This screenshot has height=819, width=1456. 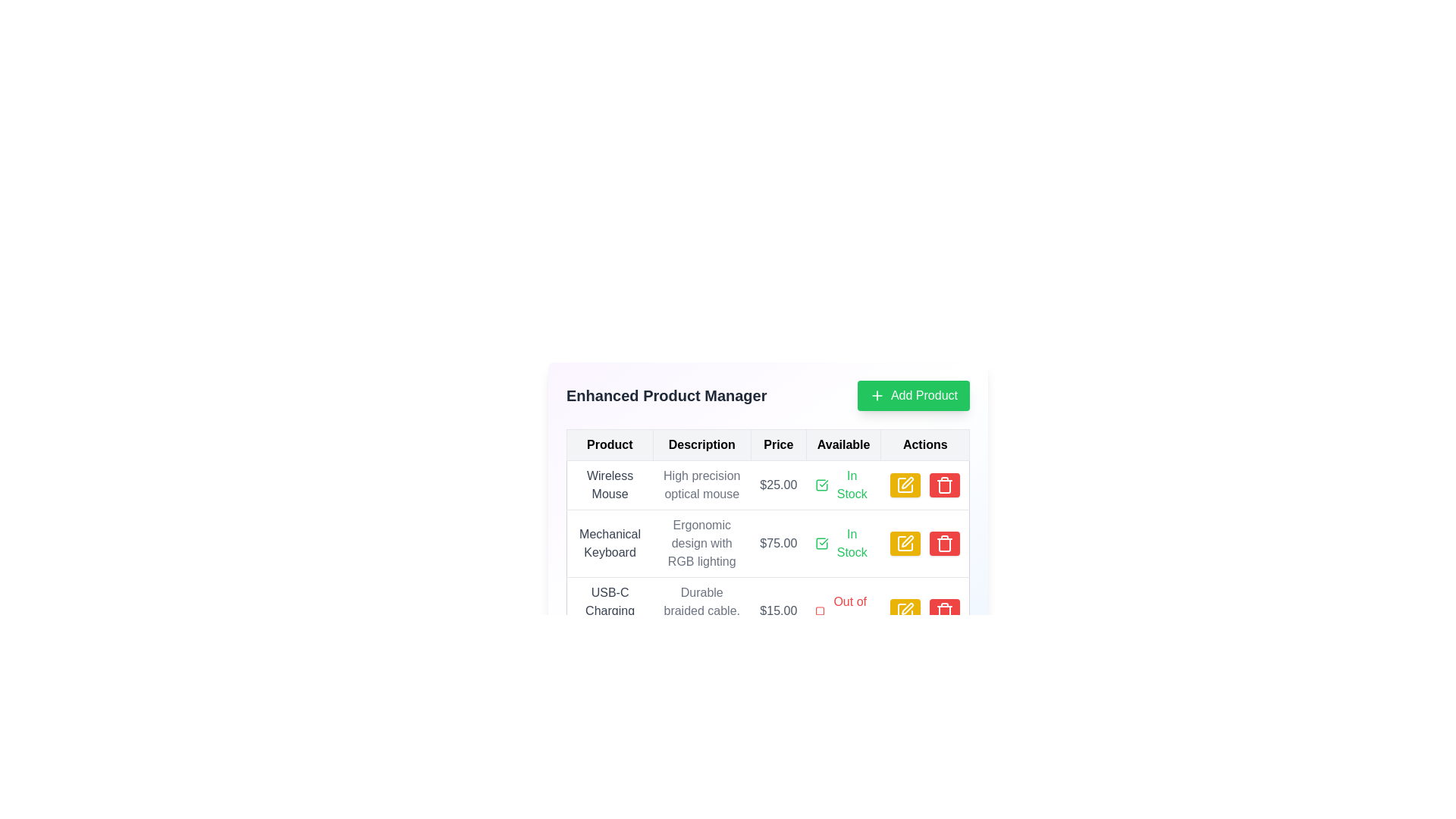 I want to click on the delete action button located in the 'Actions' column of the table for the product 'USB-C Charging Cable', so click(x=943, y=610).